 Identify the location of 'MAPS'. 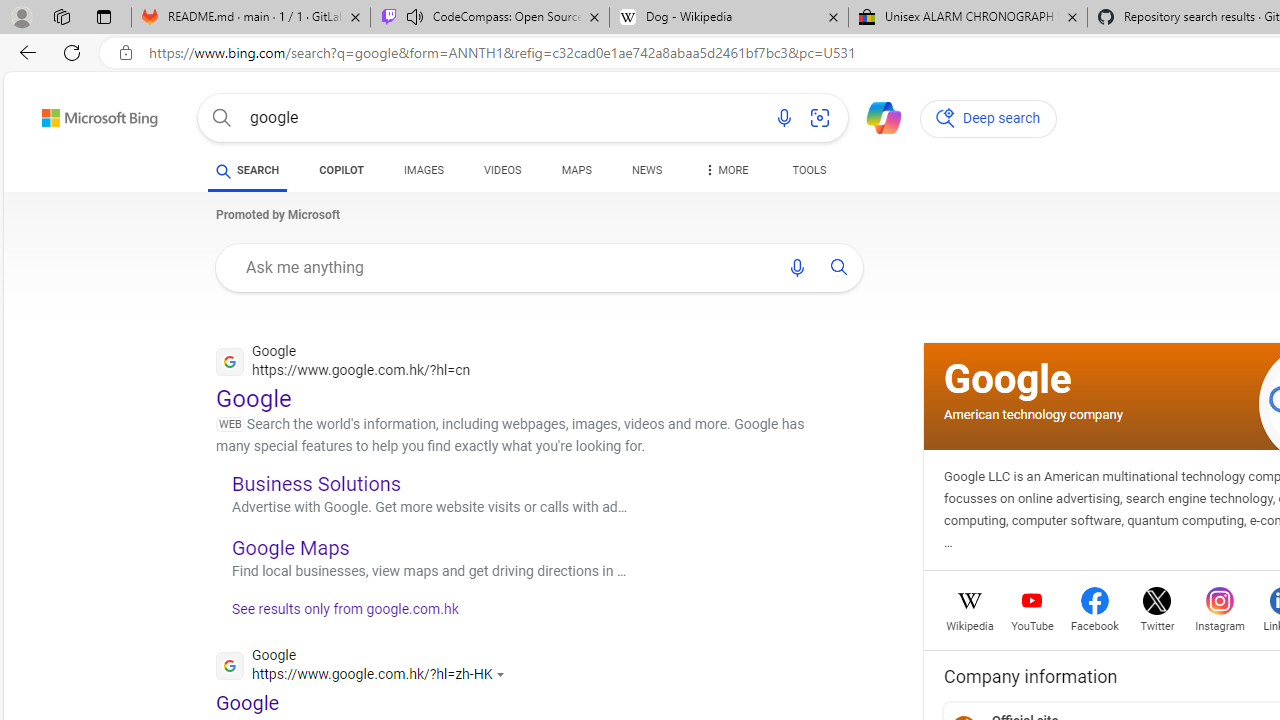
(575, 170).